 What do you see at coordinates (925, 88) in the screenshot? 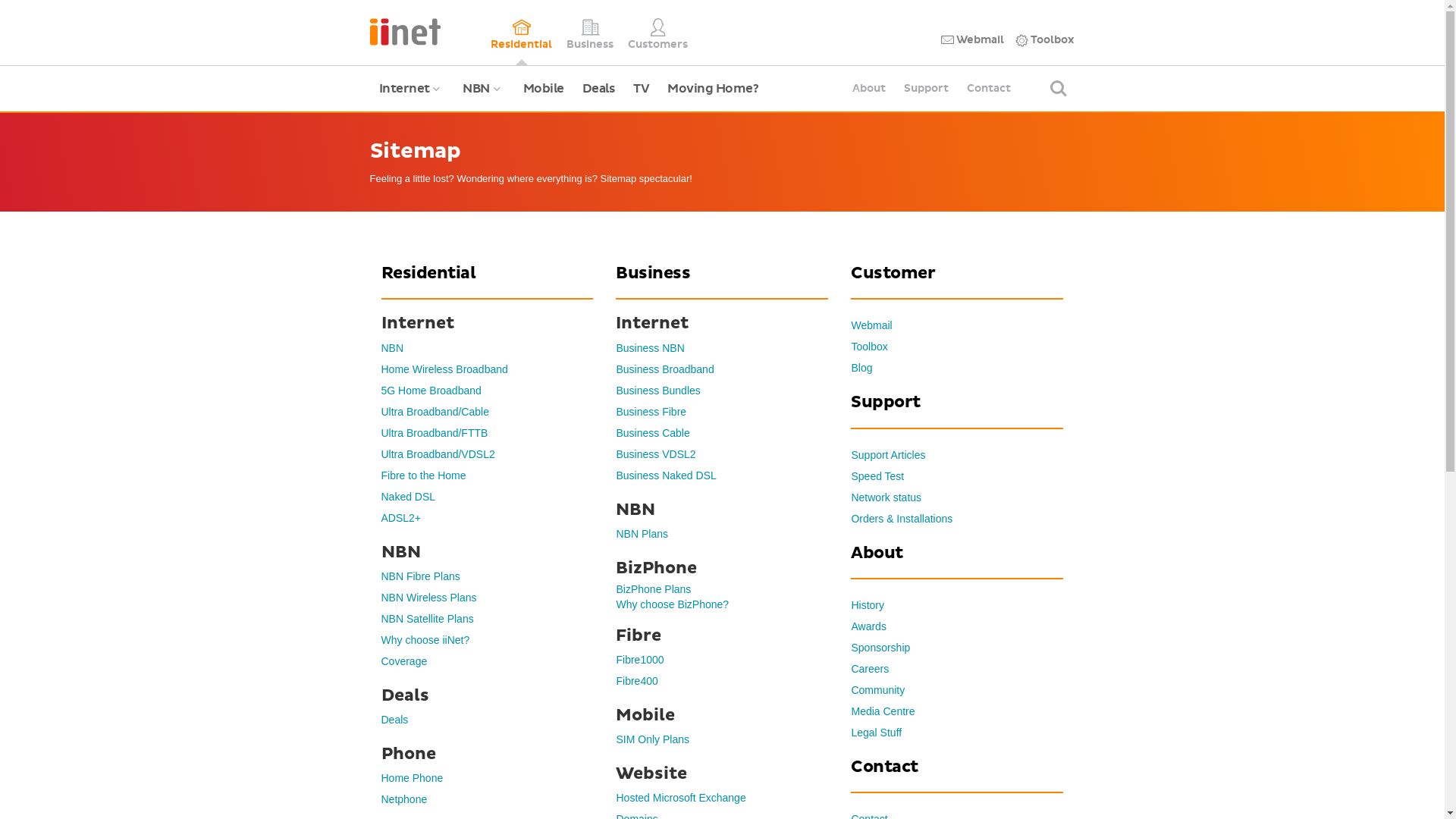
I see `'Support'` at bounding box center [925, 88].